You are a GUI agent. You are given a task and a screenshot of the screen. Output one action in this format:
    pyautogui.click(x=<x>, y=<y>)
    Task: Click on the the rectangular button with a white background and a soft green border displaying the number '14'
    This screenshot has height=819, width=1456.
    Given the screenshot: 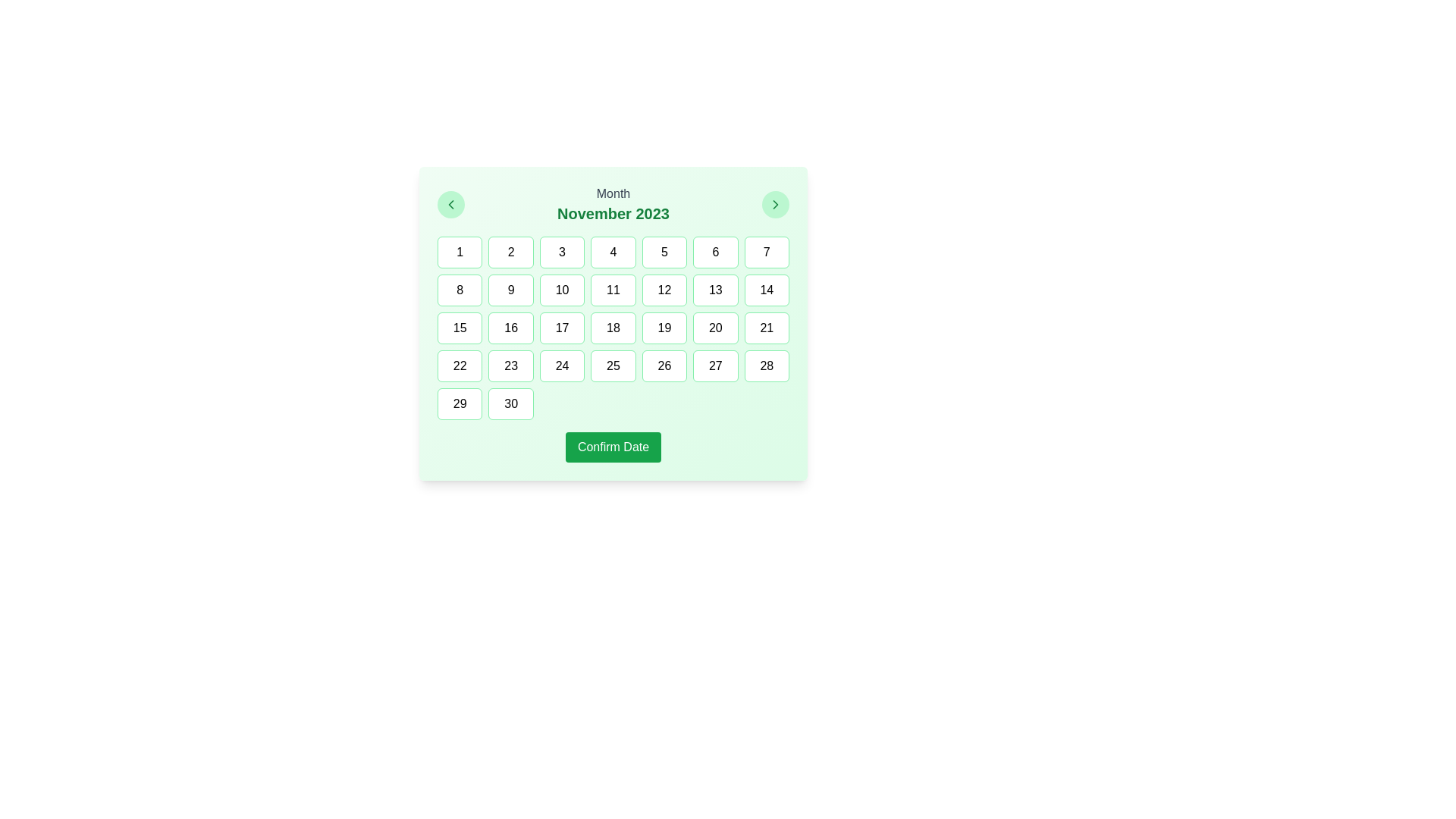 What is the action you would take?
    pyautogui.click(x=767, y=290)
    